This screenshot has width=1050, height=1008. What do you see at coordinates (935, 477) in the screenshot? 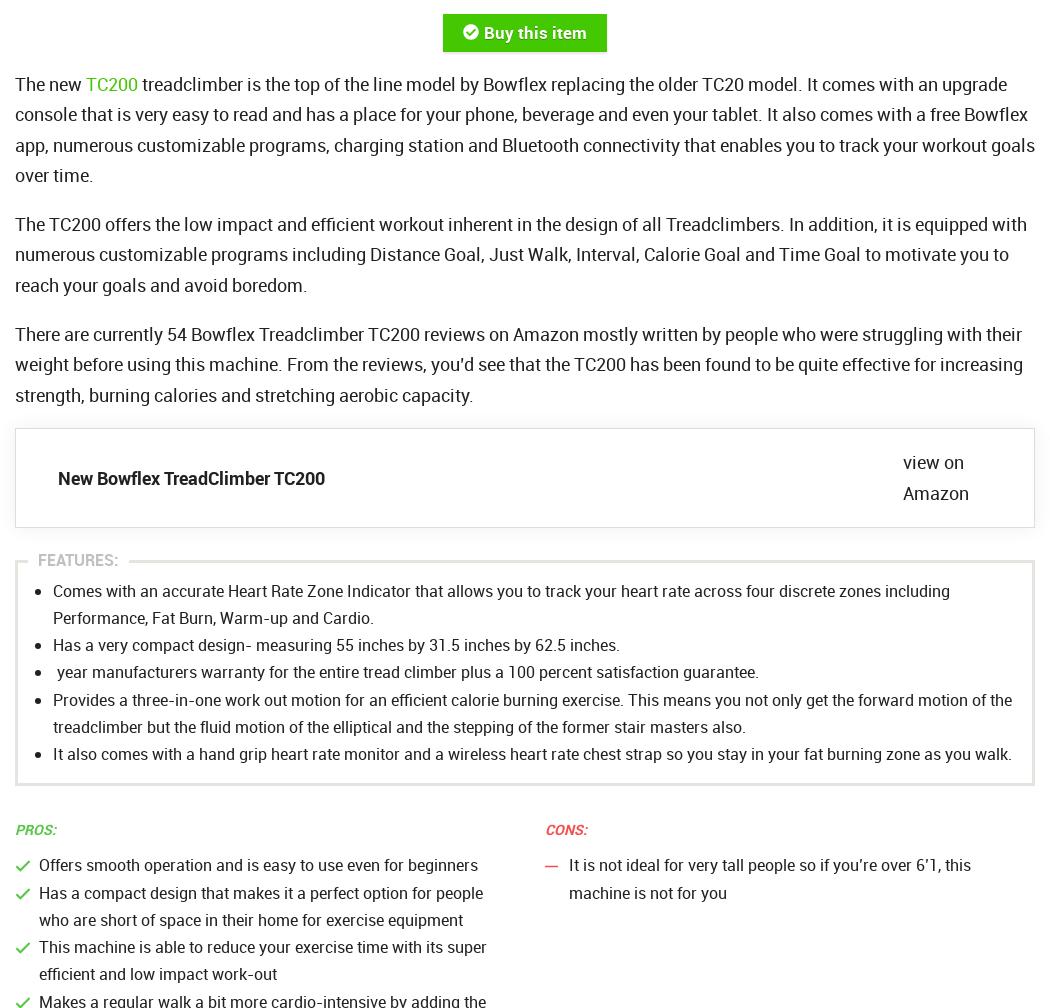
I see `'view on Amazon'` at bounding box center [935, 477].